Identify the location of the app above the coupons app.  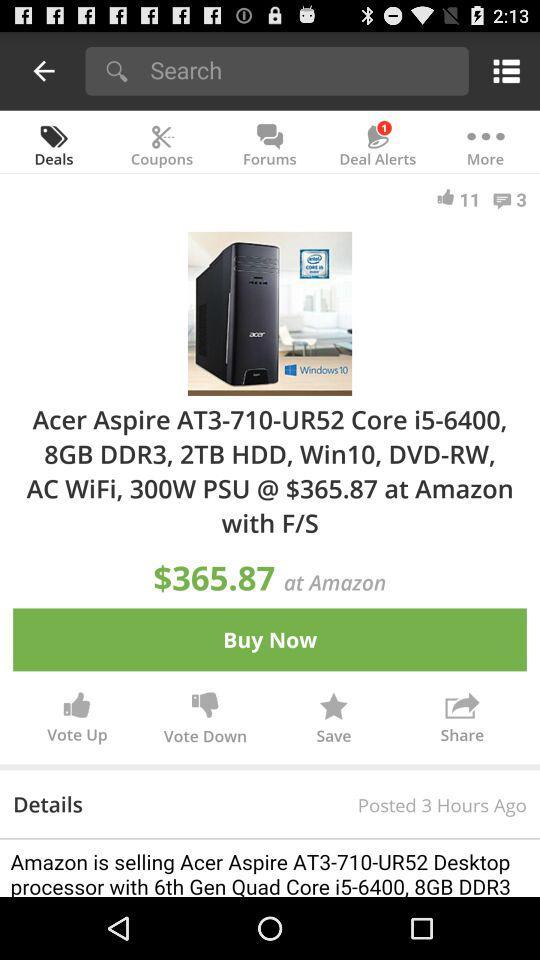
(302, 69).